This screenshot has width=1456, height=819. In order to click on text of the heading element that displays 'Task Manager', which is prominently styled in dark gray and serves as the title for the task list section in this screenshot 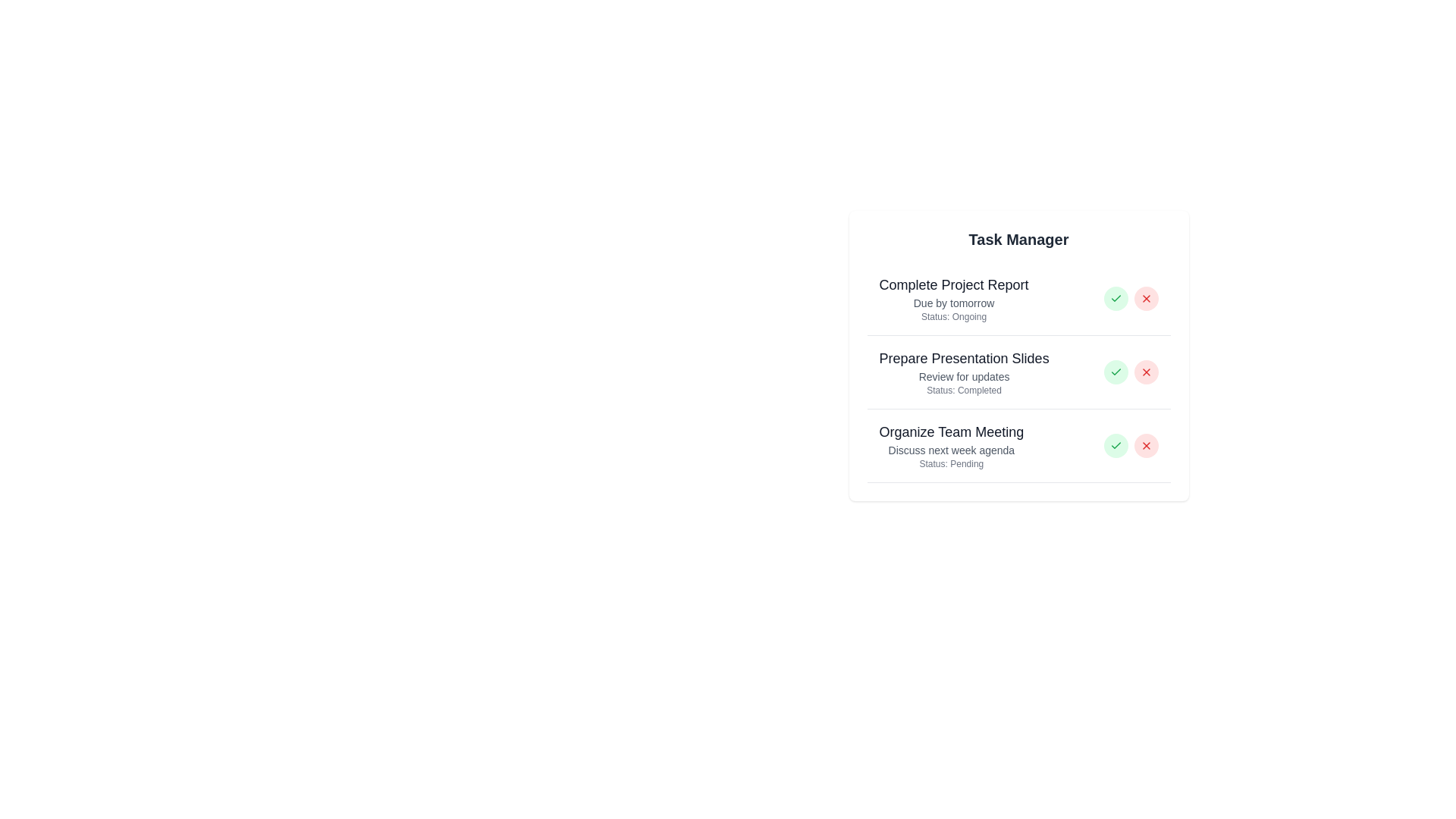, I will do `click(1018, 239)`.